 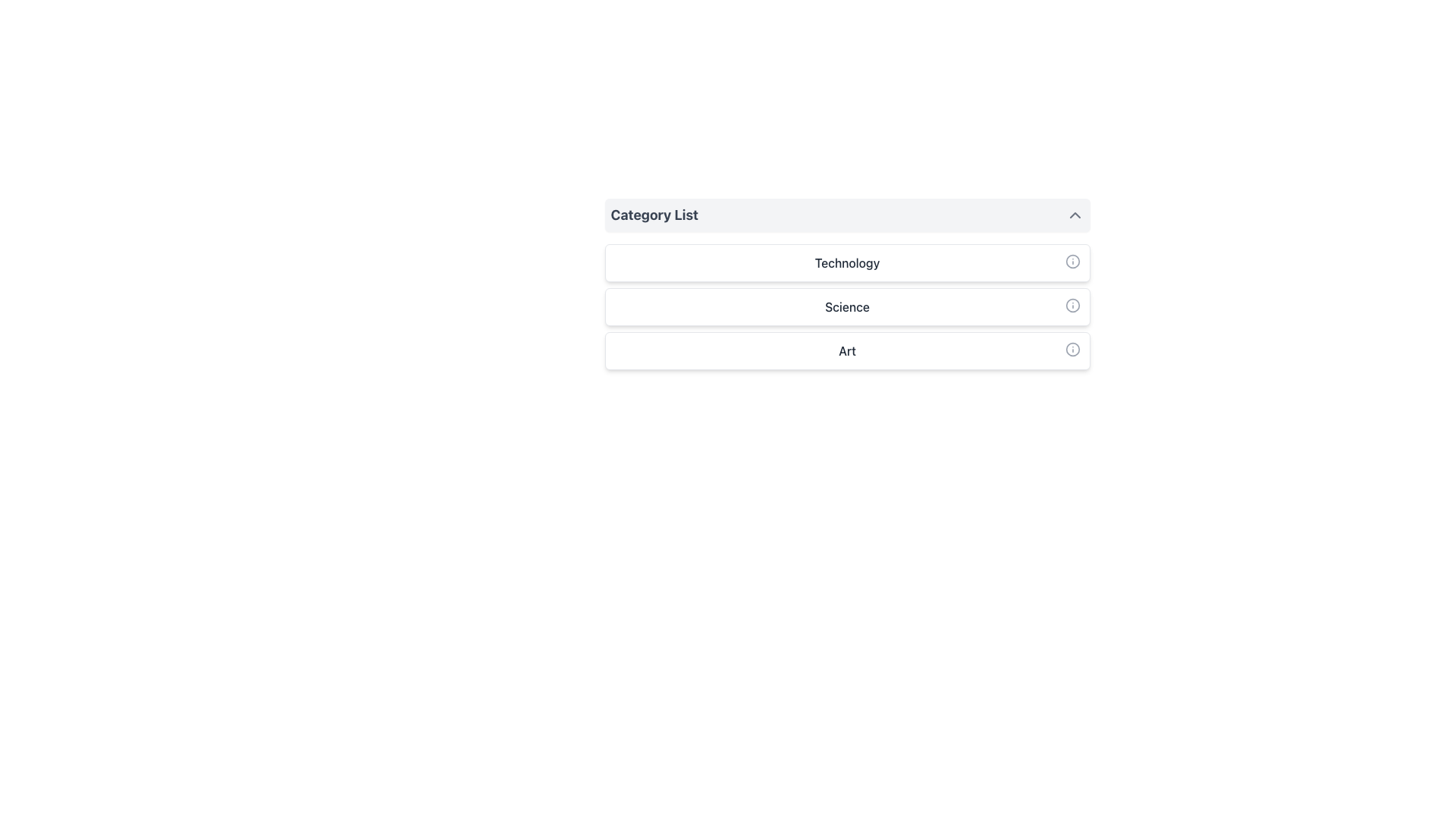 What do you see at coordinates (846, 307) in the screenshot?
I see `the category labels in the categorized list component located beneath the 'Category List' header` at bounding box center [846, 307].